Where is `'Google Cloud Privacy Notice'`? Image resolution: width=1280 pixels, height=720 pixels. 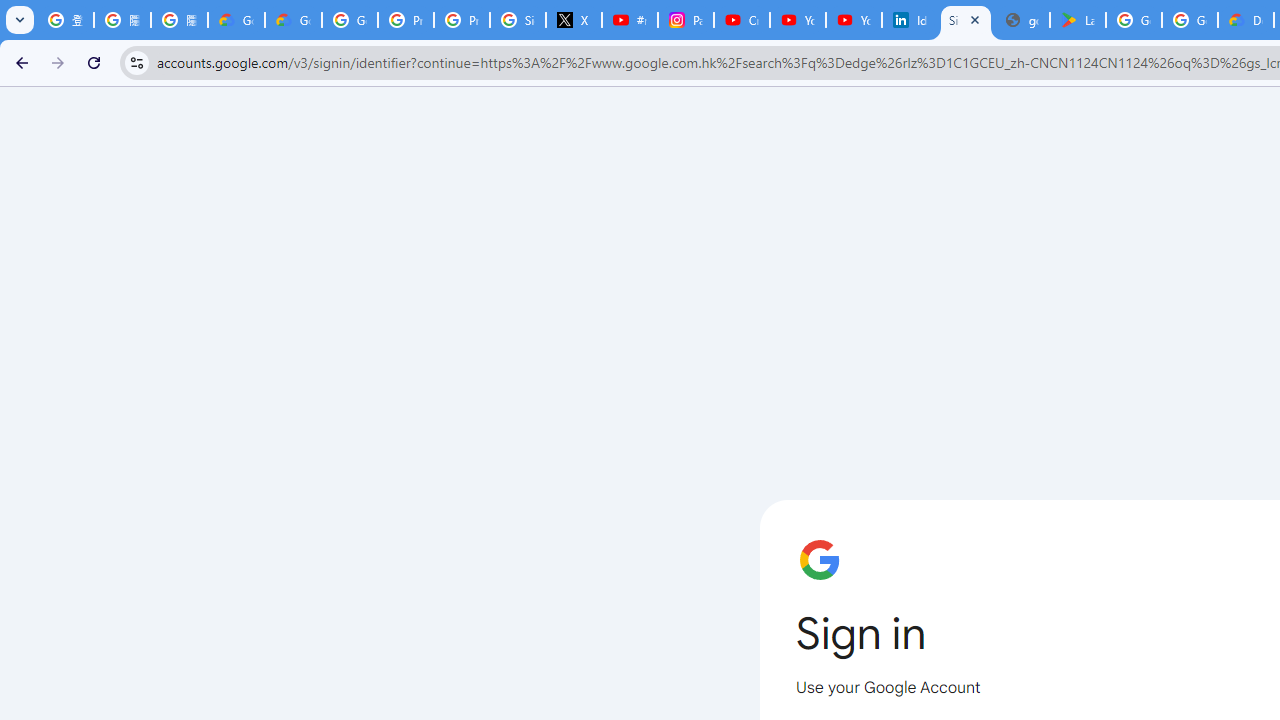 'Google Cloud Privacy Notice' is located at coordinates (236, 20).